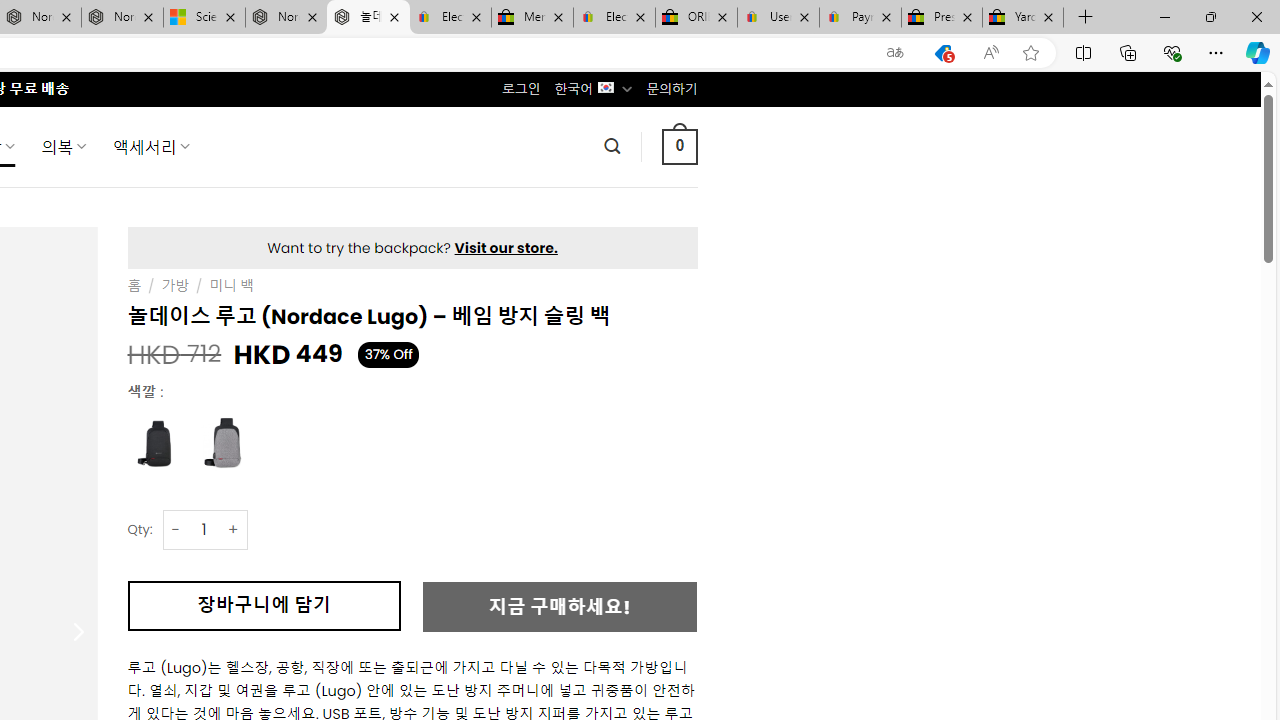 The height and width of the screenshot is (720, 1280). Describe the element at coordinates (679, 145) in the screenshot. I see `' 0 '` at that location.